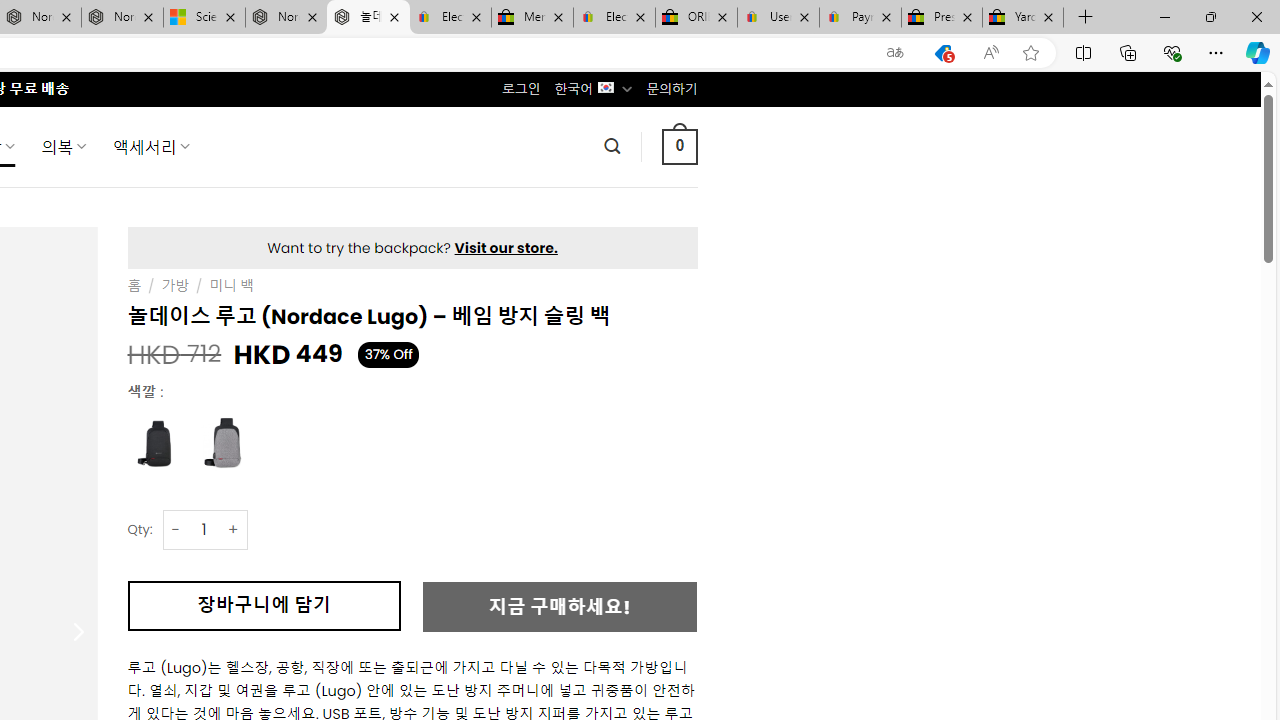 The height and width of the screenshot is (720, 1280). Describe the element at coordinates (679, 145) in the screenshot. I see `' 0 '` at that location.